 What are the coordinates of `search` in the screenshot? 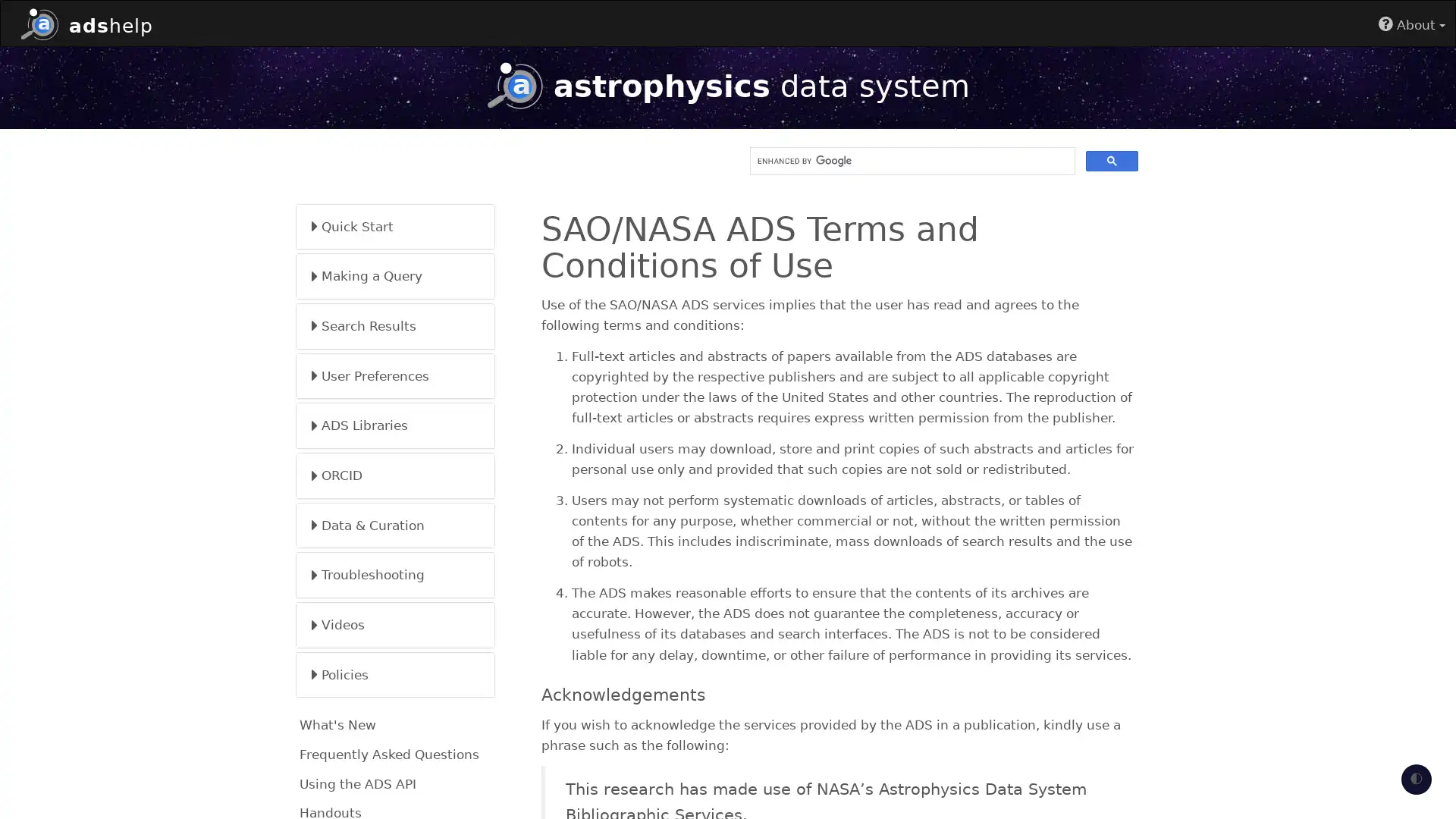 It's located at (1112, 160).